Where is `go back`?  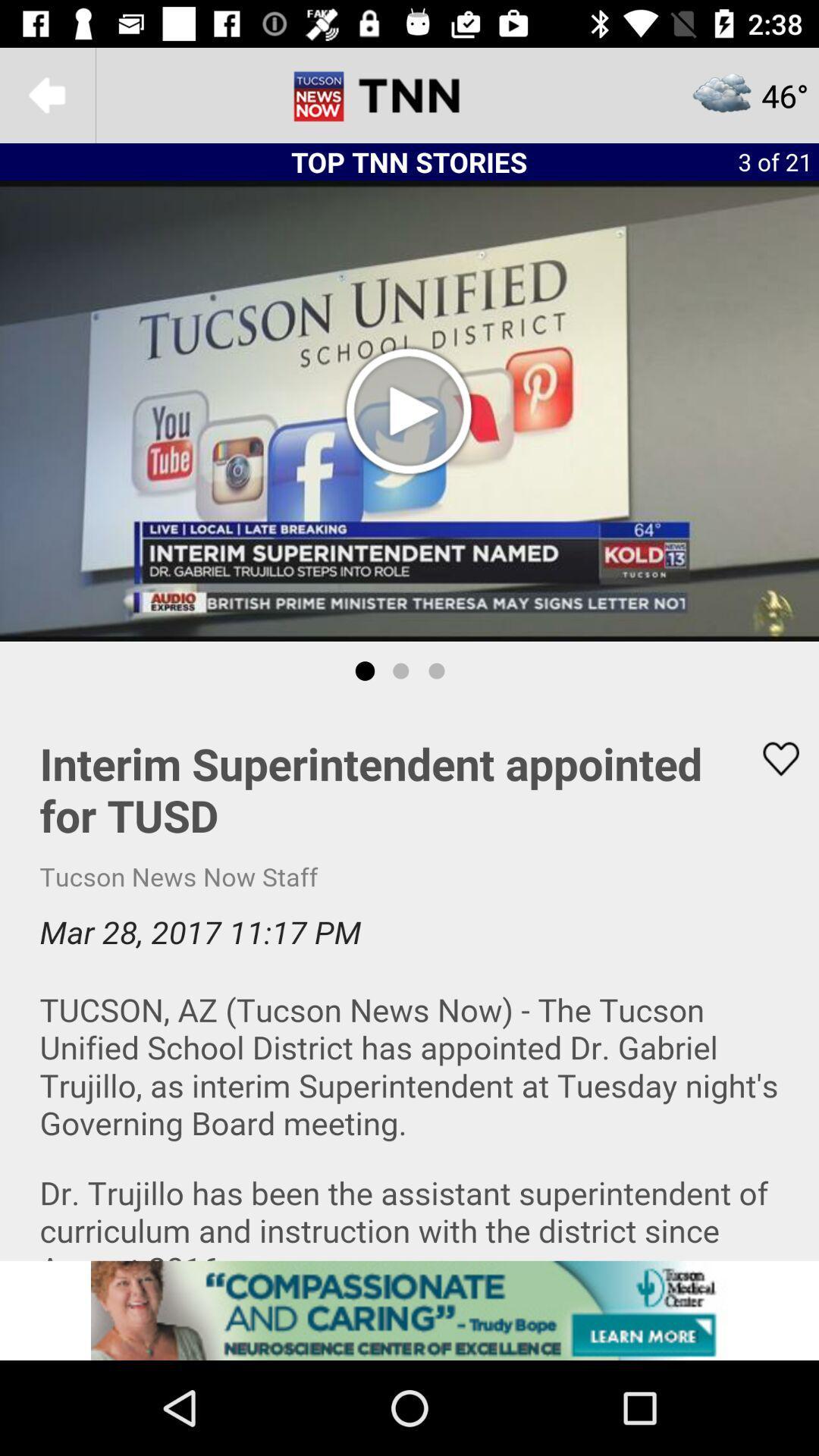 go back is located at coordinates (46, 94).